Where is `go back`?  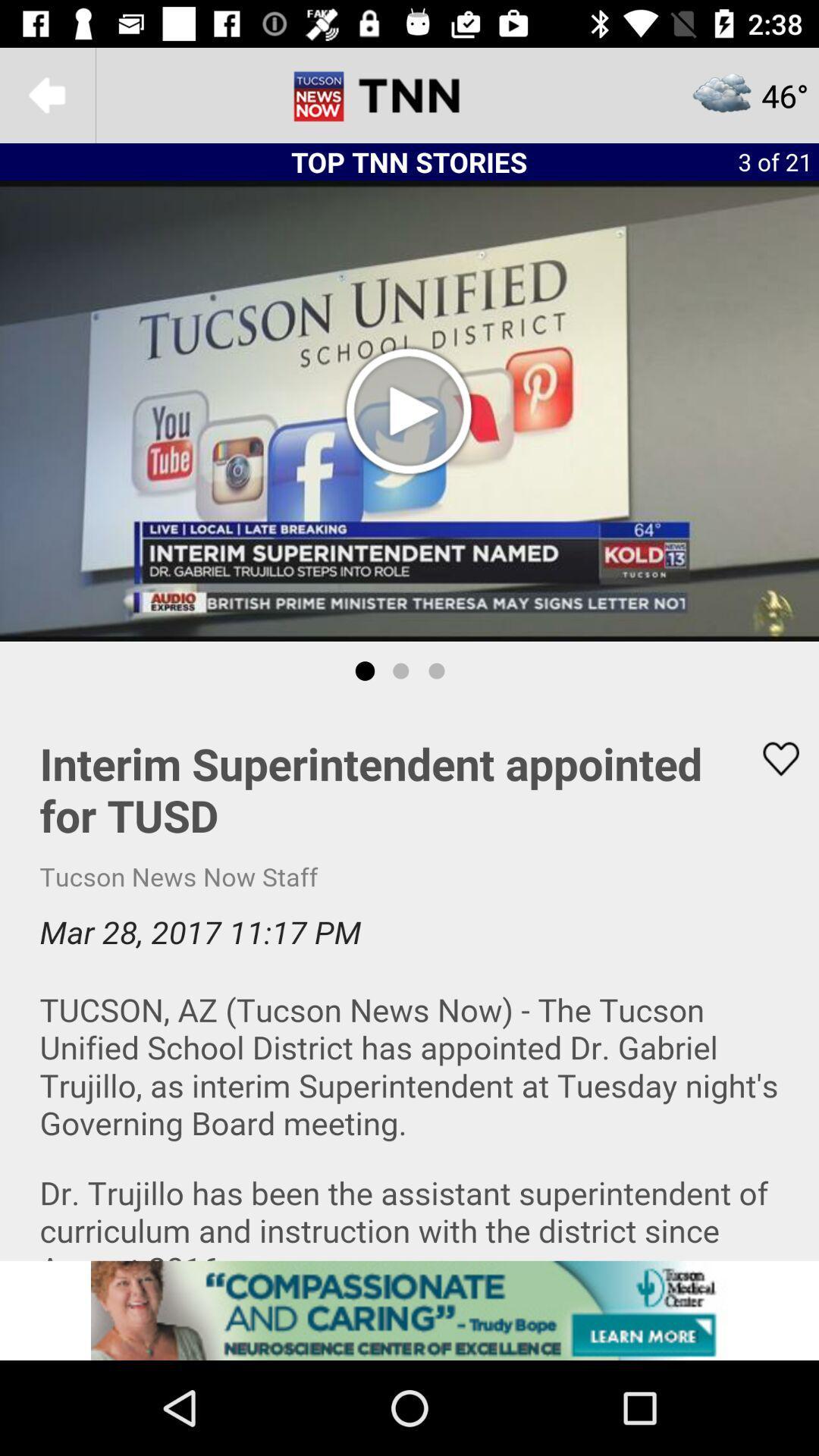 go back is located at coordinates (46, 94).